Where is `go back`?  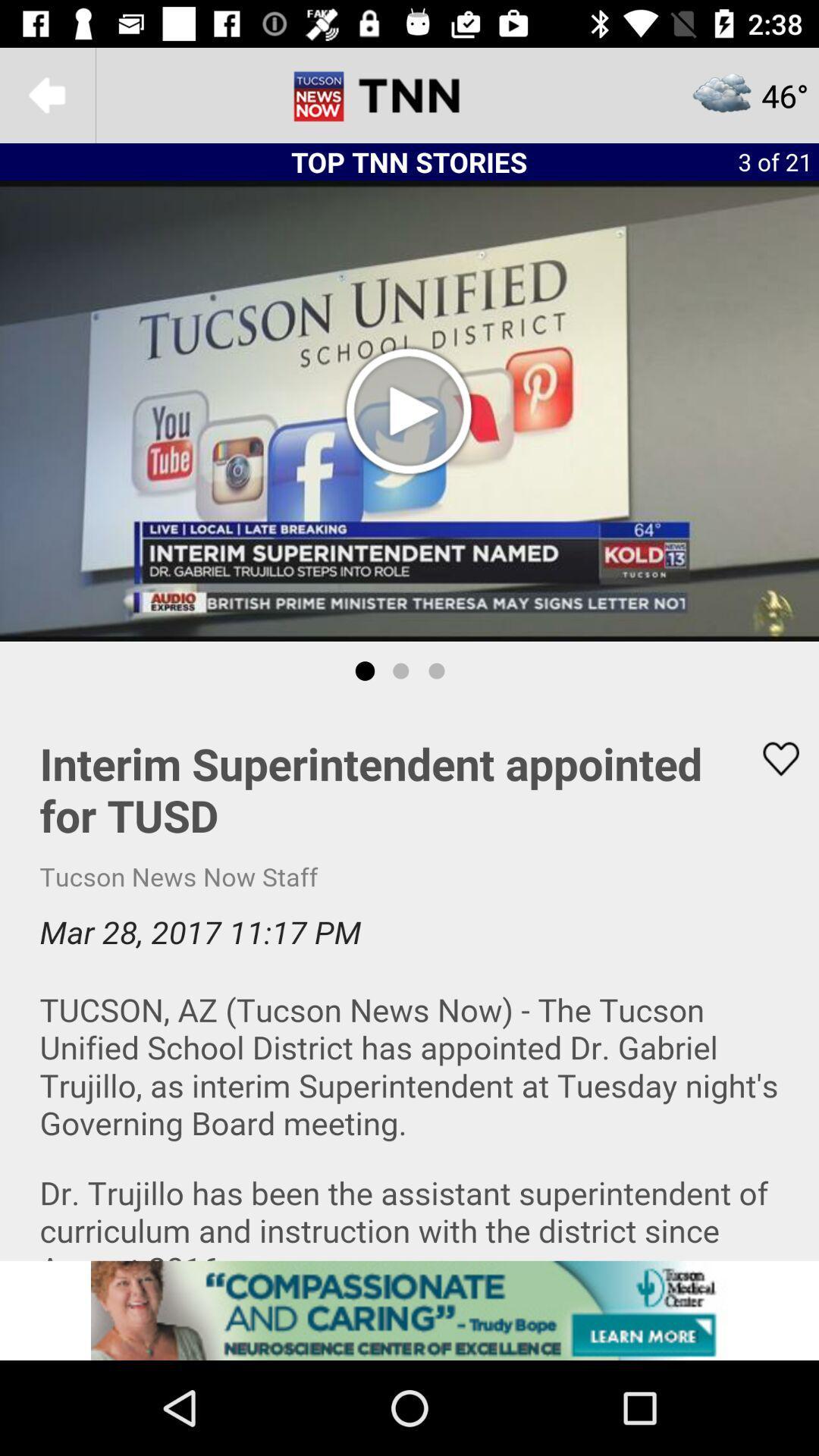 go back is located at coordinates (46, 94).